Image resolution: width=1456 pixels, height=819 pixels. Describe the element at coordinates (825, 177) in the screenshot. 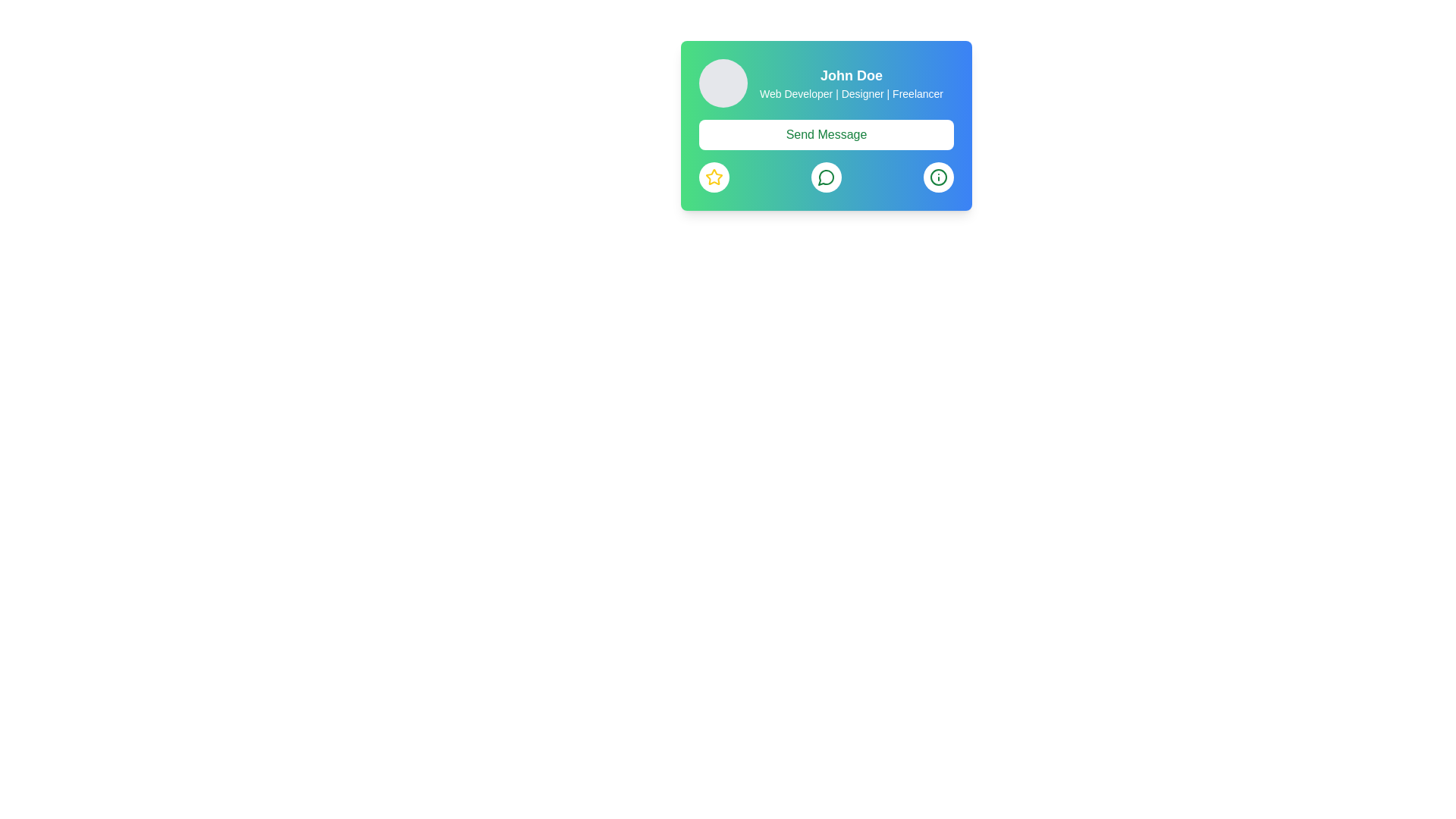

I see `the circular button with a green chat bubble icon, which is the middle one among three horizontally arranged buttons below the 'Send Message' button` at that location.